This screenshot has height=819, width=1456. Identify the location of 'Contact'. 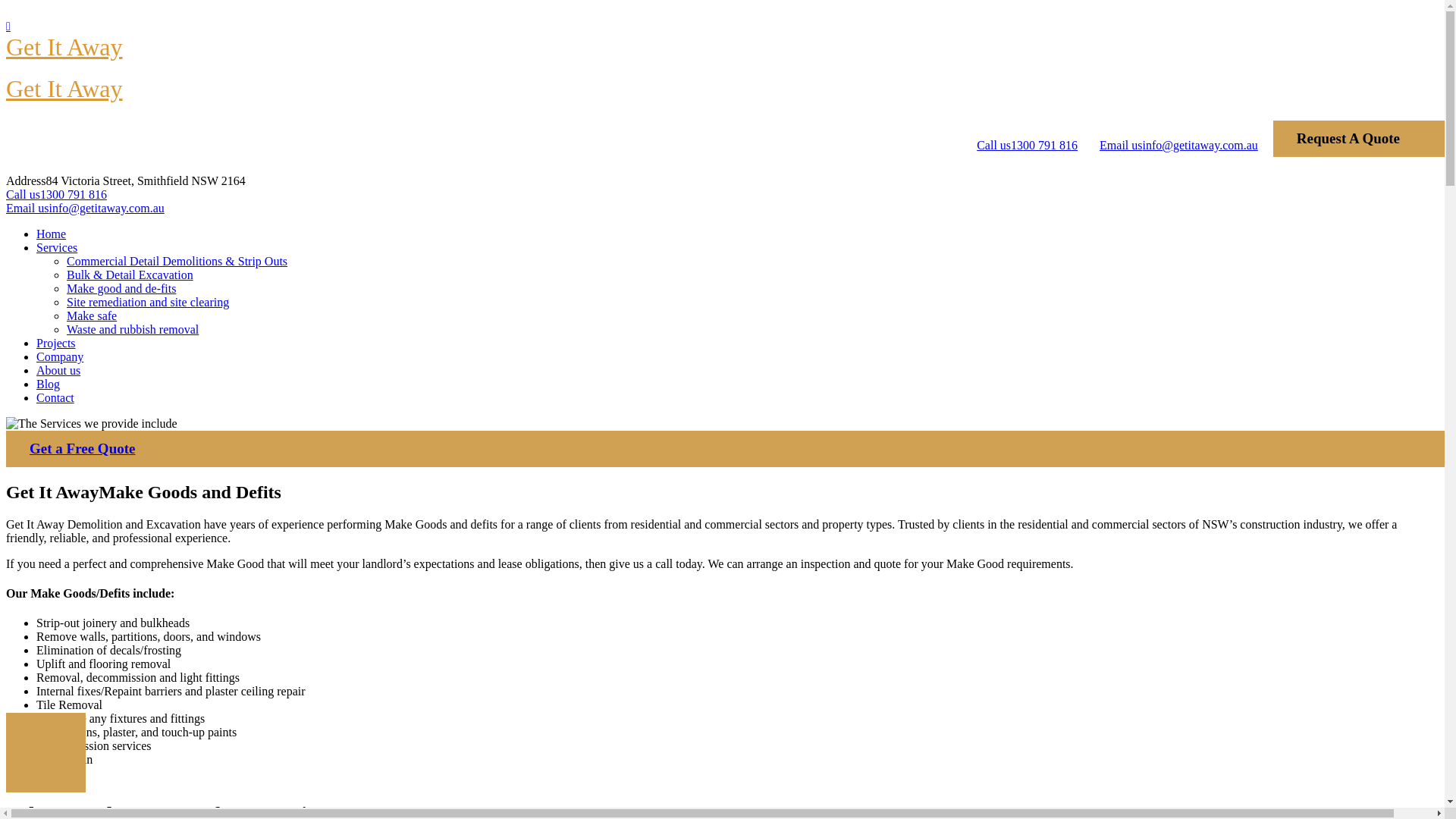
(55, 397).